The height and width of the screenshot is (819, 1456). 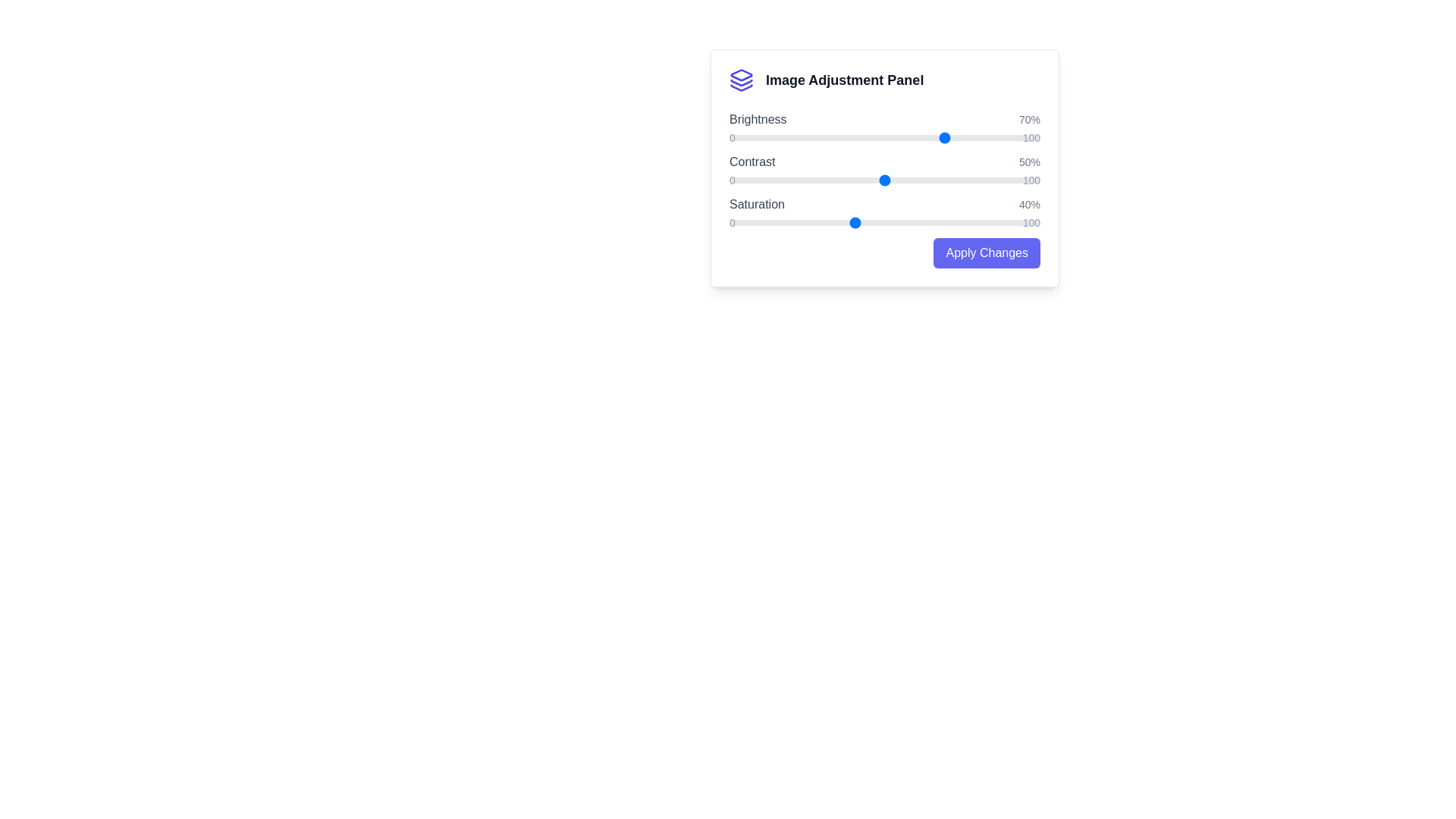 I want to click on the slider for saturation, so click(x=884, y=222).